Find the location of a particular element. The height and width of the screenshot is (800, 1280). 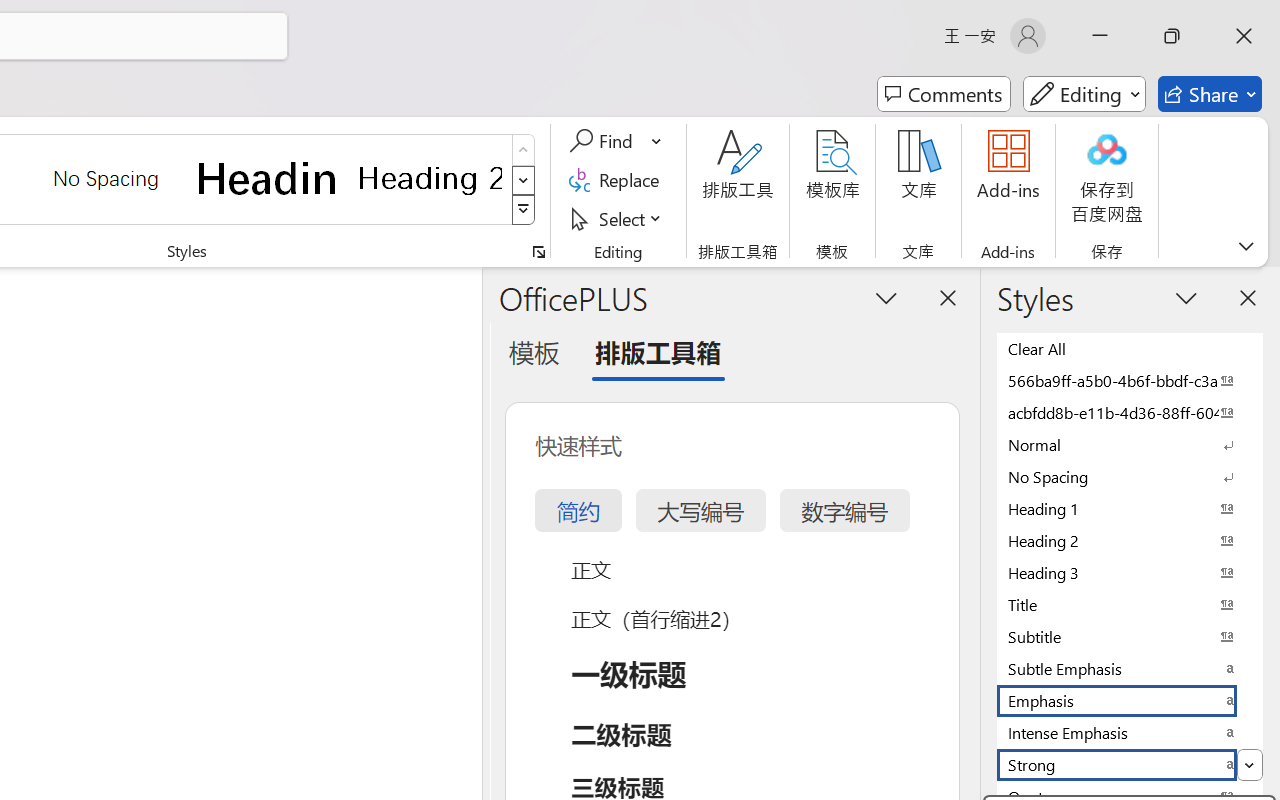

'Subtitle' is located at coordinates (1130, 635).